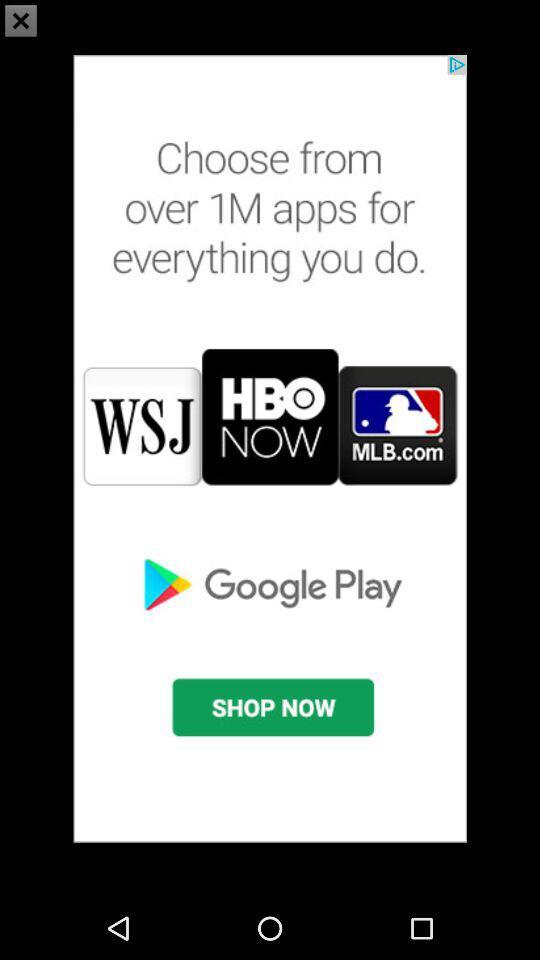 This screenshot has height=960, width=540. I want to click on the close icon, so click(20, 21).